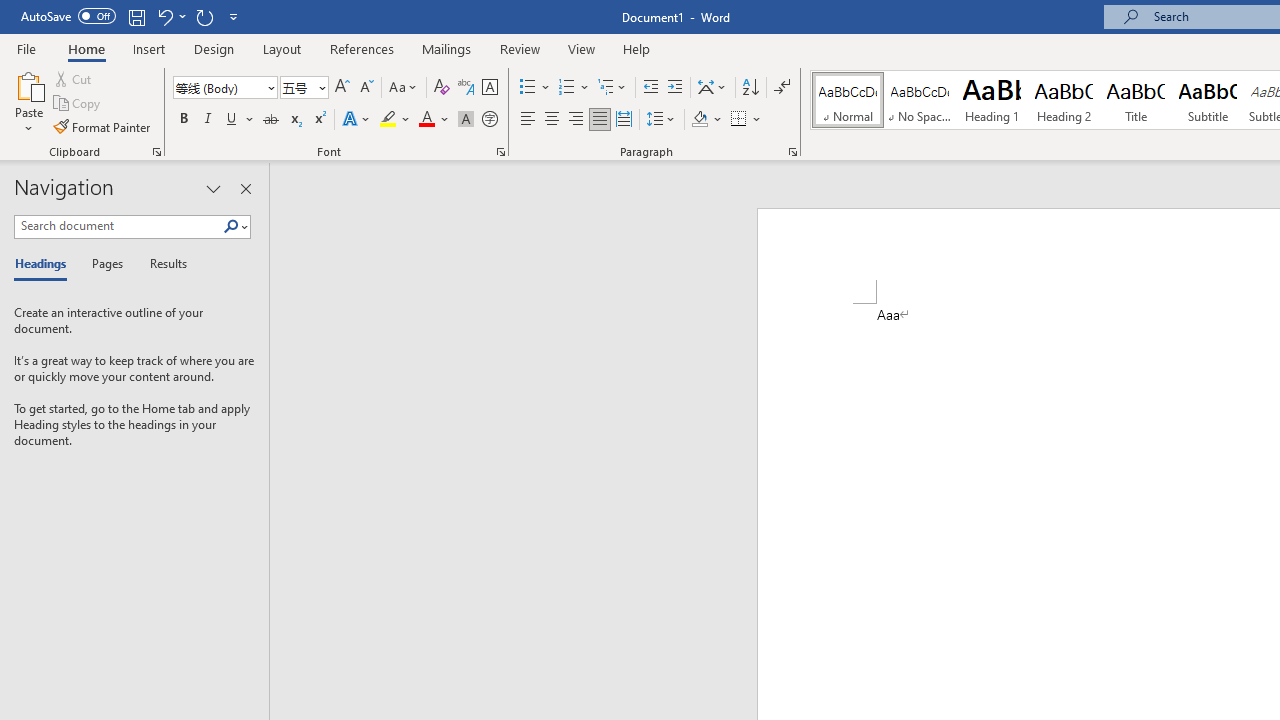 Image resolution: width=1280 pixels, height=720 pixels. I want to click on 'Repeat Typing', so click(204, 16).